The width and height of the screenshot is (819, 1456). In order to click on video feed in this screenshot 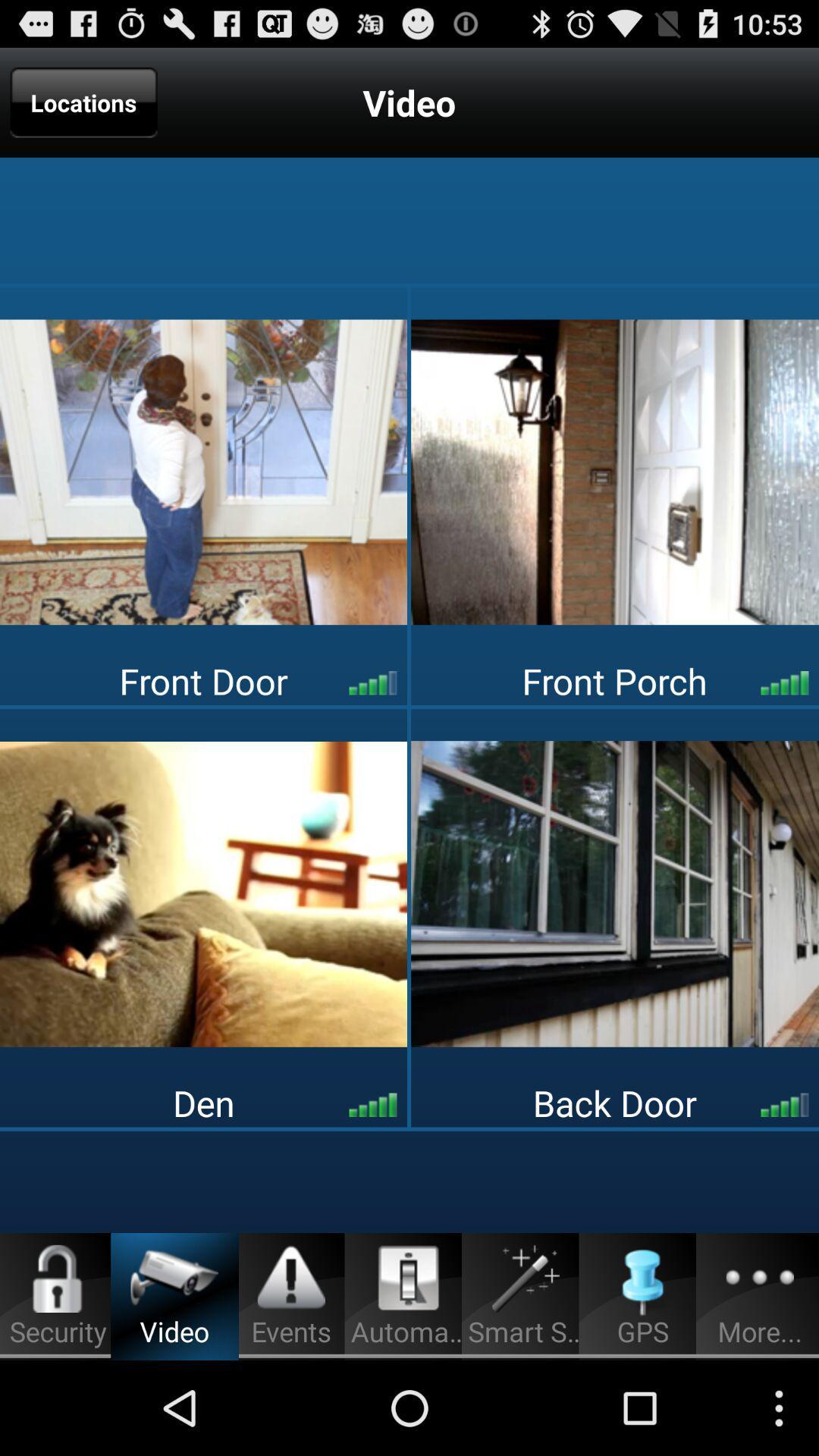, I will do `click(615, 894)`.